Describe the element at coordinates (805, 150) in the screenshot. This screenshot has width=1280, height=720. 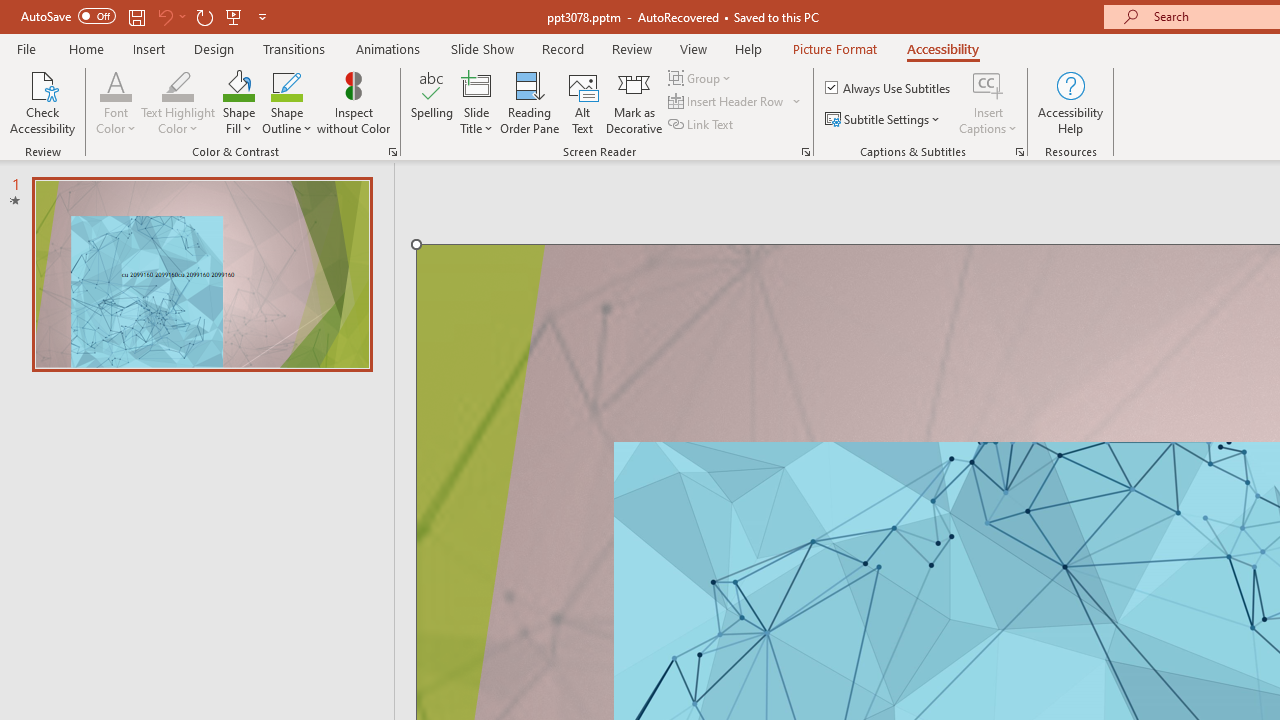
I see `'Screen Reader'` at that location.